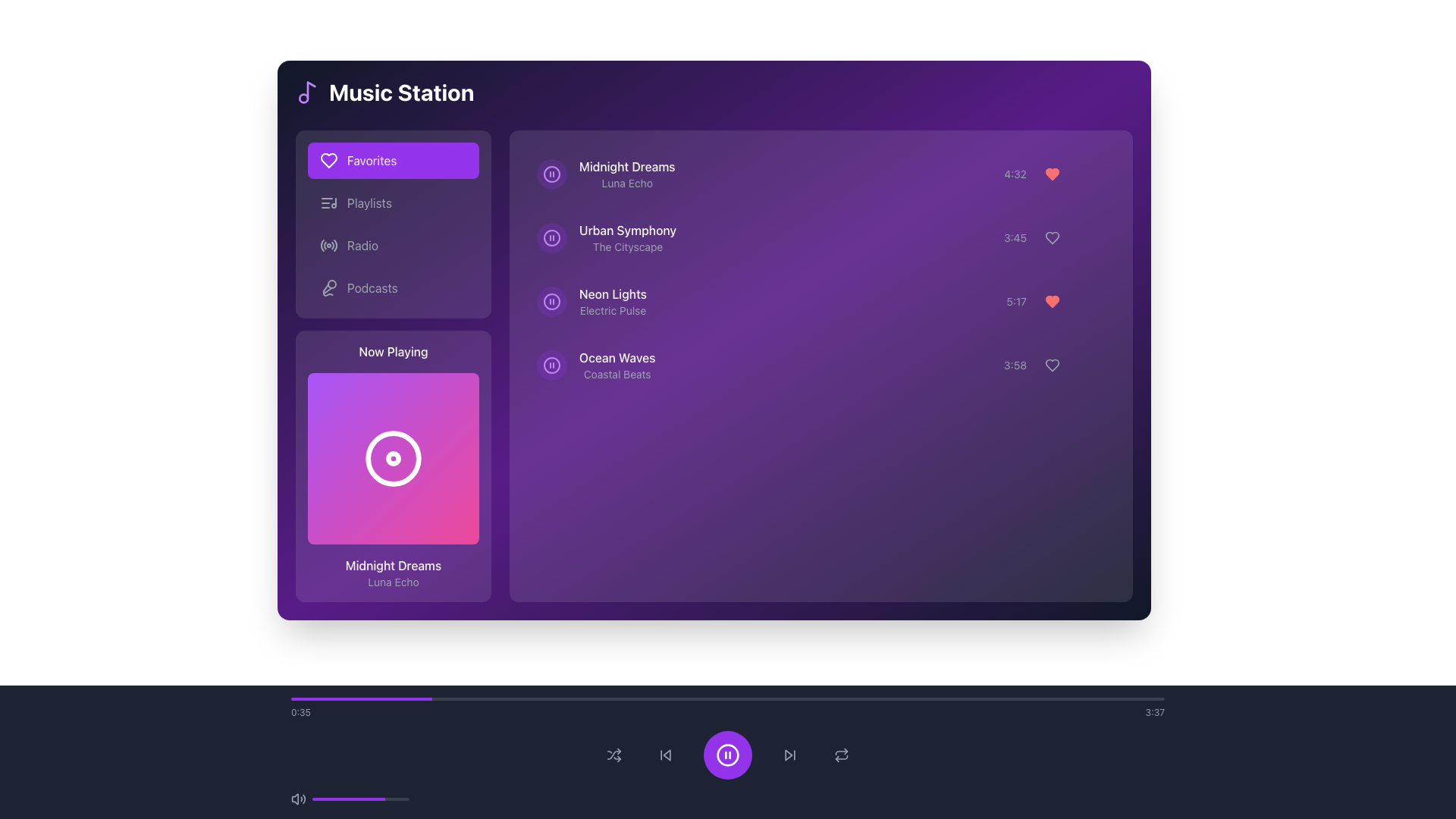 The height and width of the screenshot is (819, 1456). I want to click on playback position, so click(443, 698).